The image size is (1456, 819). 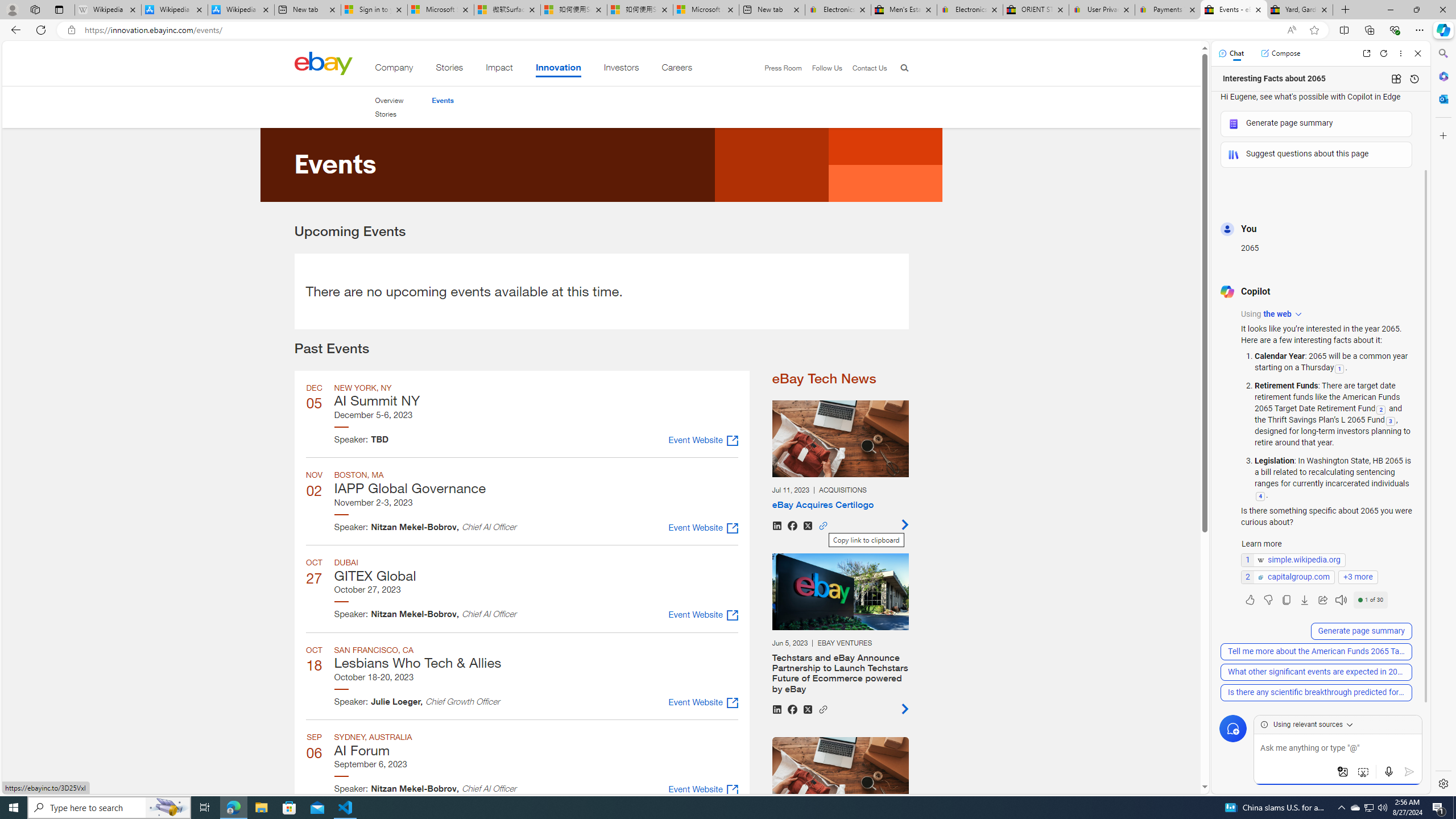 What do you see at coordinates (499, 69) in the screenshot?
I see `'Impact'` at bounding box center [499, 69].